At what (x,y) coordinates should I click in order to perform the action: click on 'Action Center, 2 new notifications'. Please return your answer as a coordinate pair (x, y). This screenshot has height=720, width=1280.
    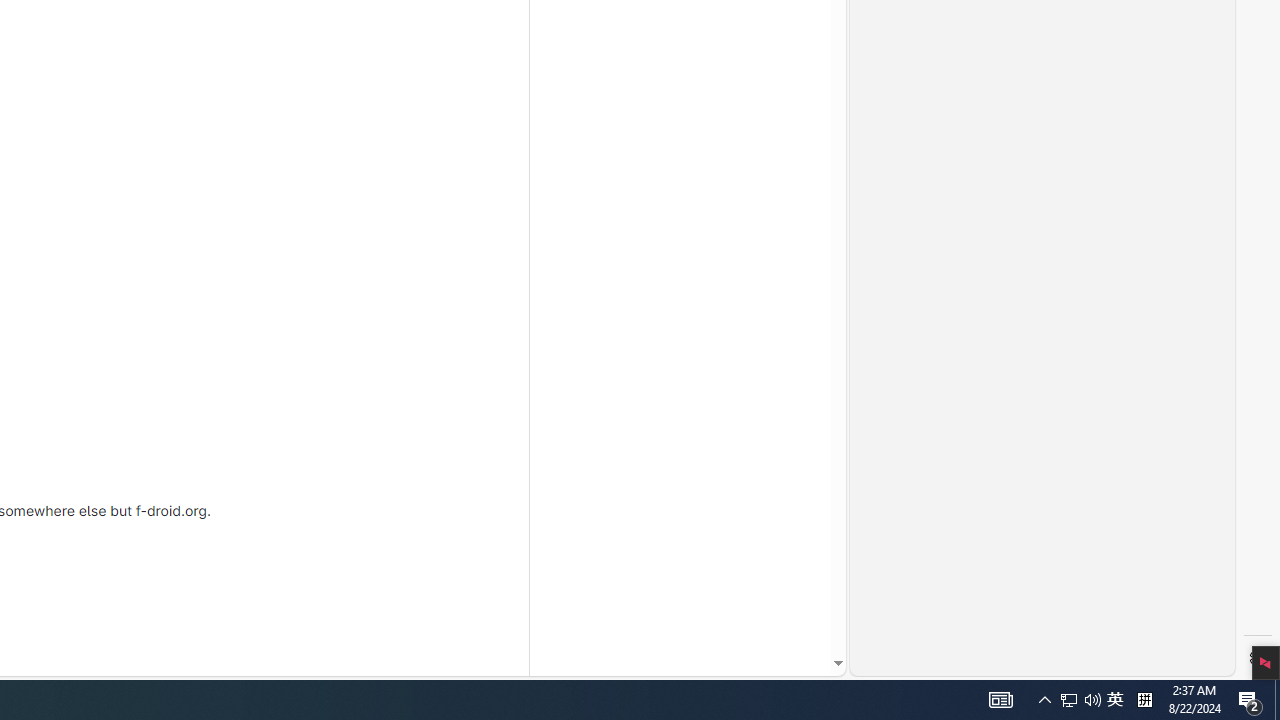
    Looking at the image, I should click on (1250, 698).